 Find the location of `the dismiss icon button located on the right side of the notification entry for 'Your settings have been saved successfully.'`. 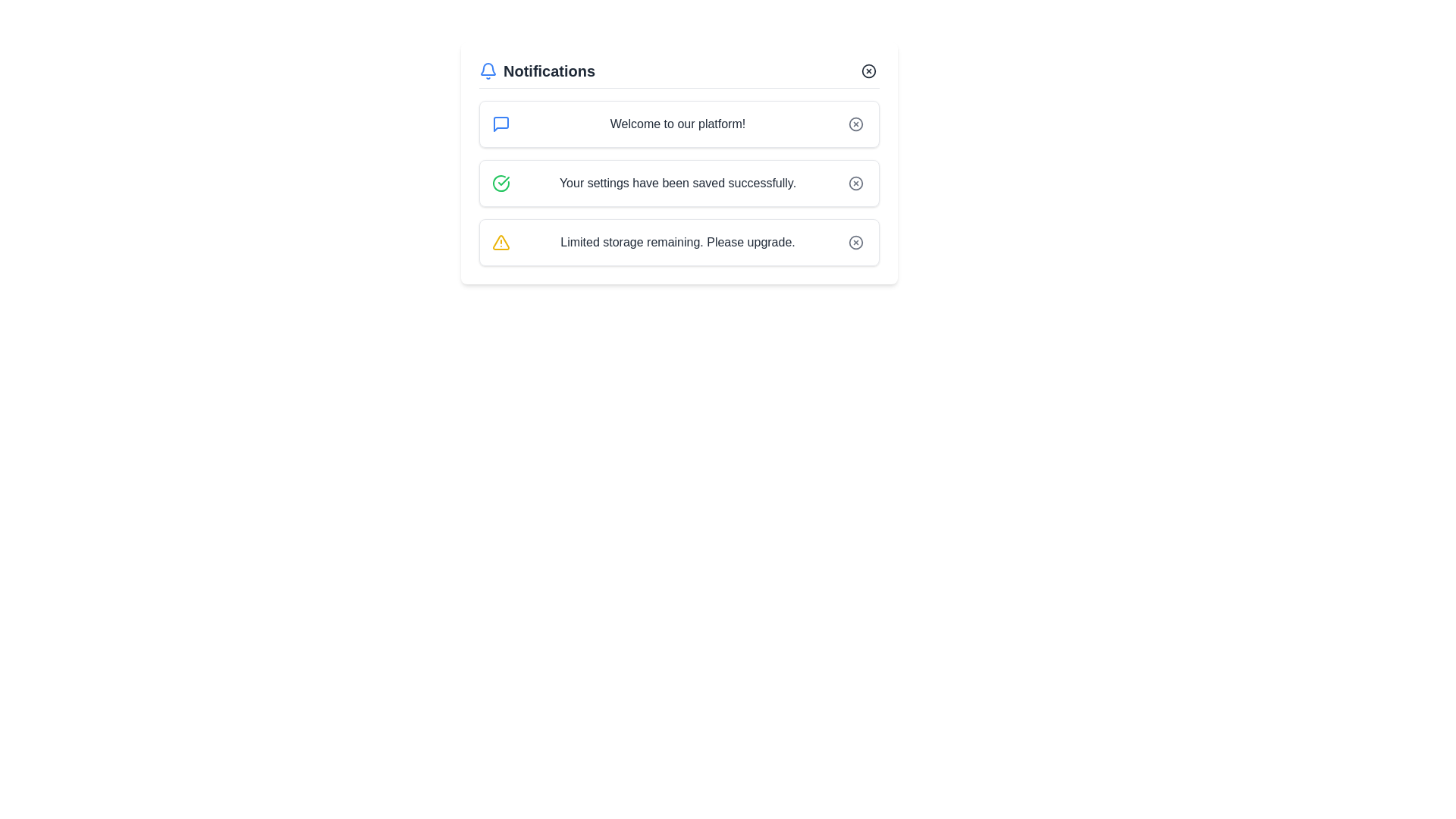

the dismiss icon button located on the right side of the notification entry for 'Your settings have been saved successfully.' is located at coordinates (855, 183).